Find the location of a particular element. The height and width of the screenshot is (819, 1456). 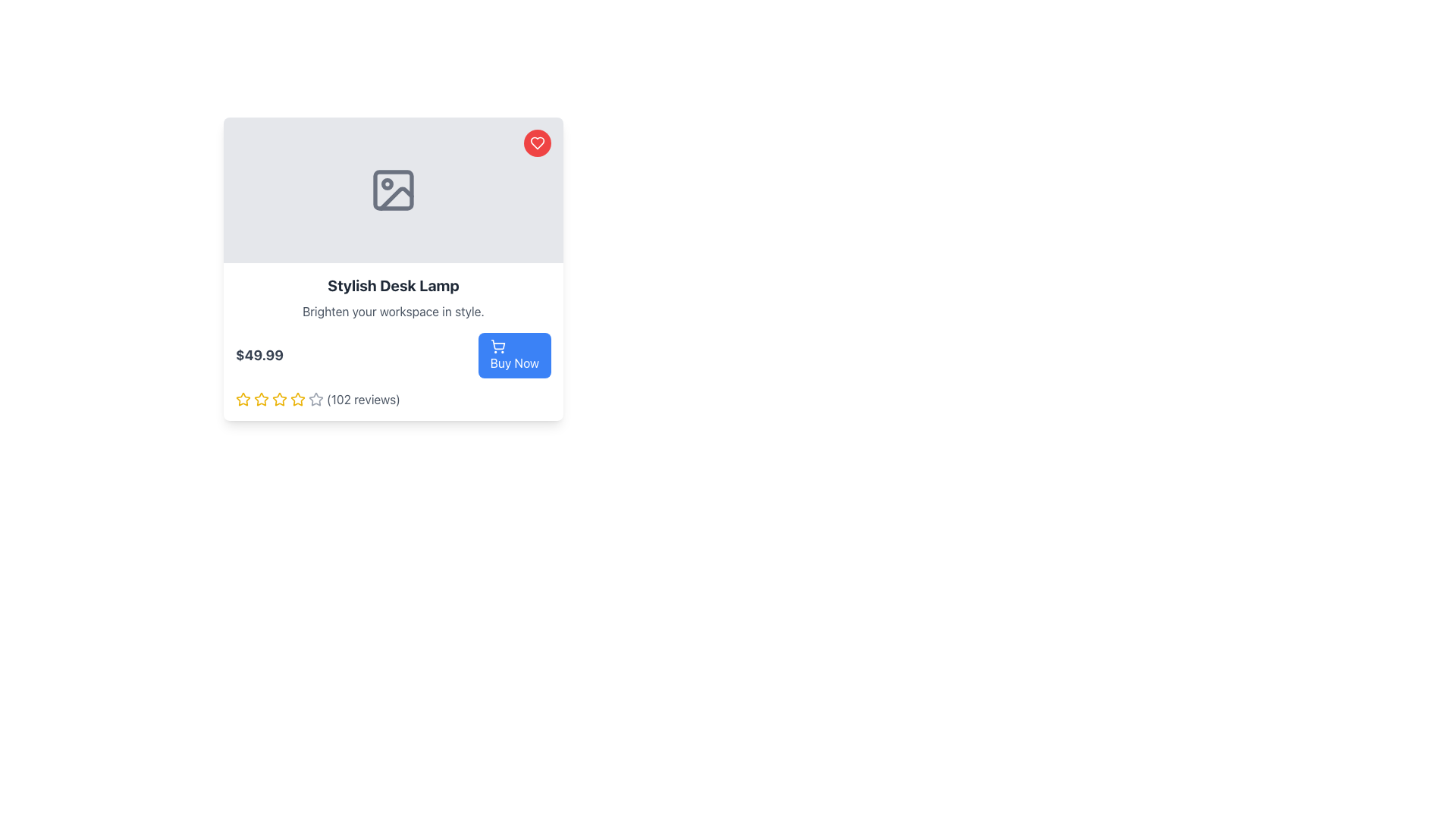

the fourth star icon in the rating system, which is located below the price tag and to the left of the review count text ('102 reviews') is located at coordinates (280, 399).